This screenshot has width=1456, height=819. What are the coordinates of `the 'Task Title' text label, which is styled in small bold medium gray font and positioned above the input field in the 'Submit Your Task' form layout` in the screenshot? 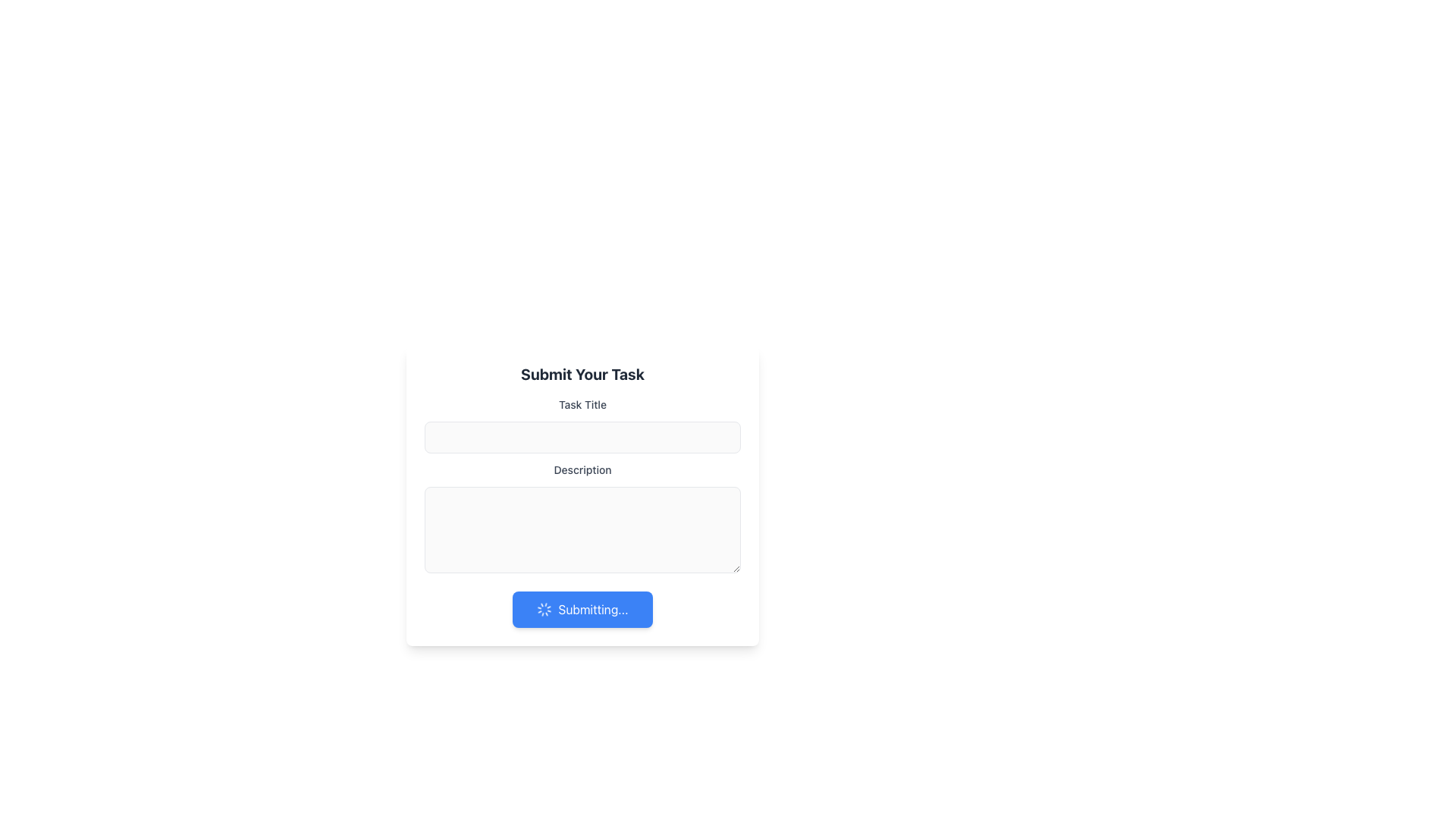 It's located at (582, 403).